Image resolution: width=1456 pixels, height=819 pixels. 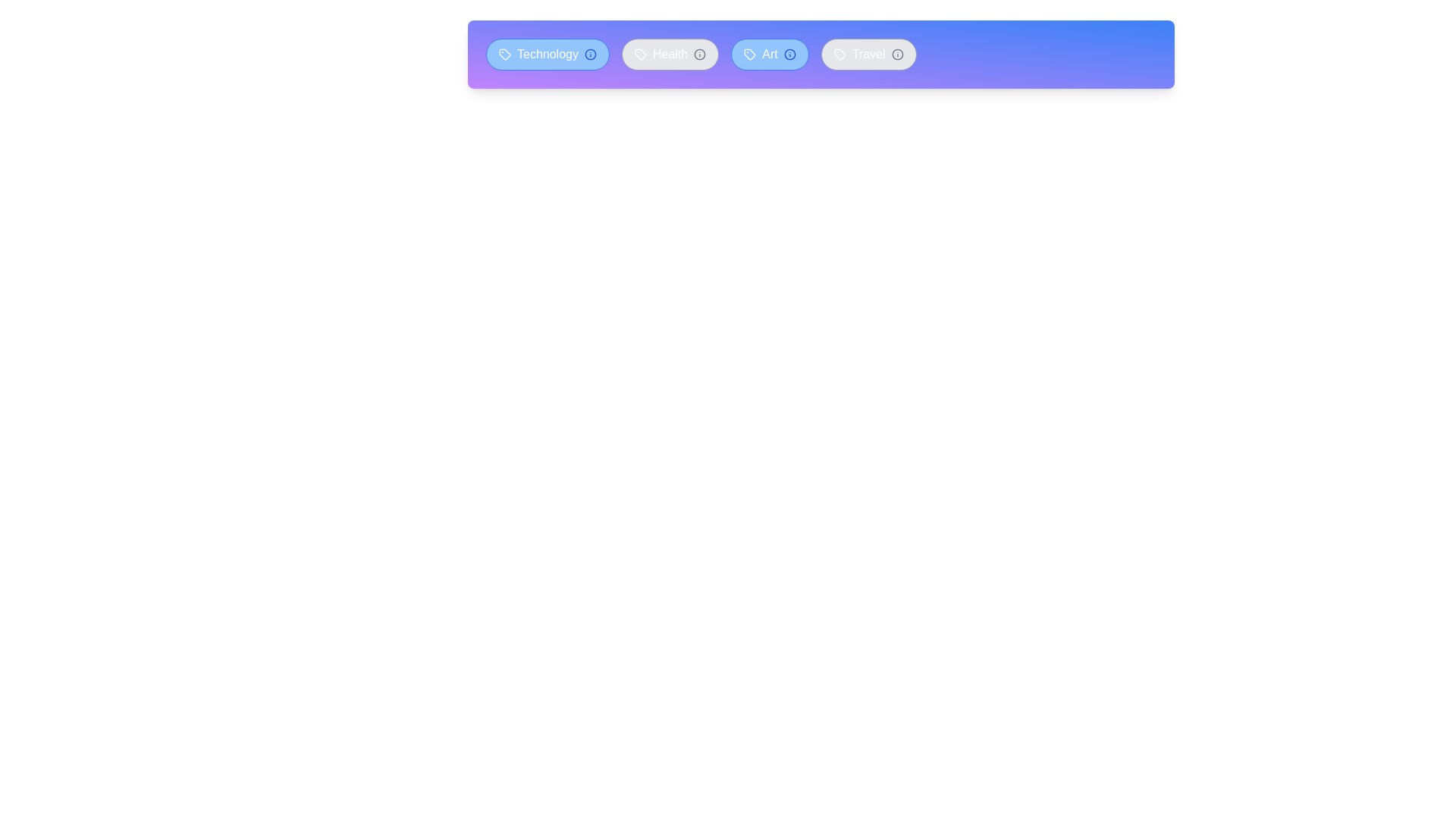 What do you see at coordinates (669, 54) in the screenshot?
I see `the tag labeled Health to toggle its active status` at bounding box center [669, 54].